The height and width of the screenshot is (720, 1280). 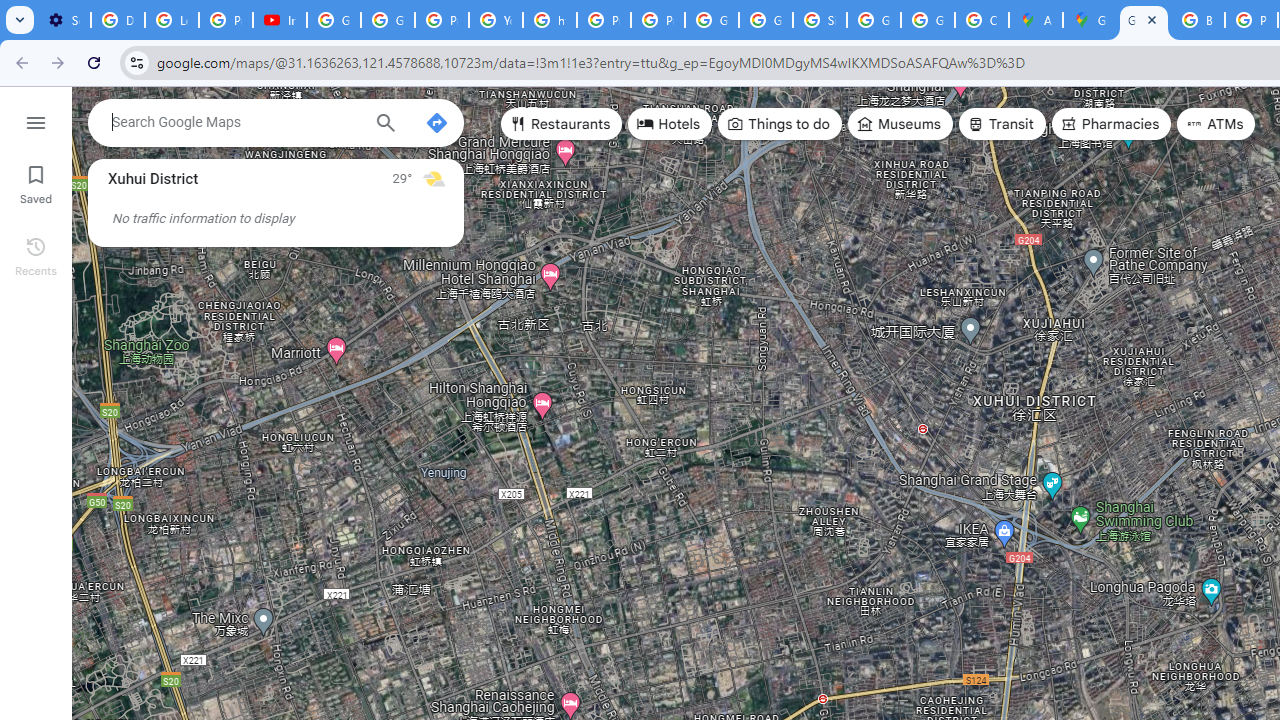 What do you see at coordinates (116, 20) in the screenshot?
I see `'Delete photos & videos - Computer - Google Photos Help'` at bounding box center [116, 20].